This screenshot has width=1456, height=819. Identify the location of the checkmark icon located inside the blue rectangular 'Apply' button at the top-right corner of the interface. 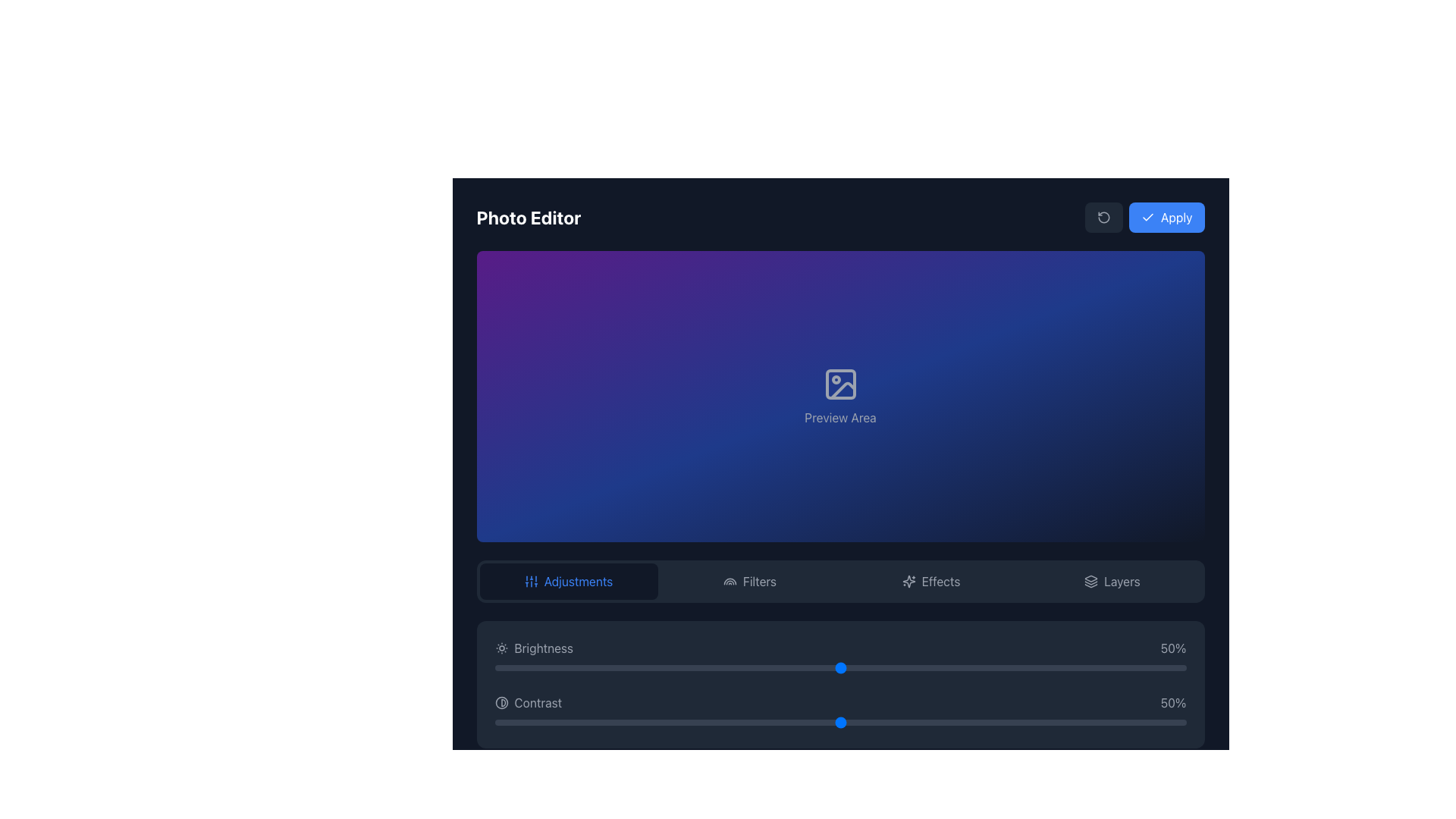
(1148, 217).